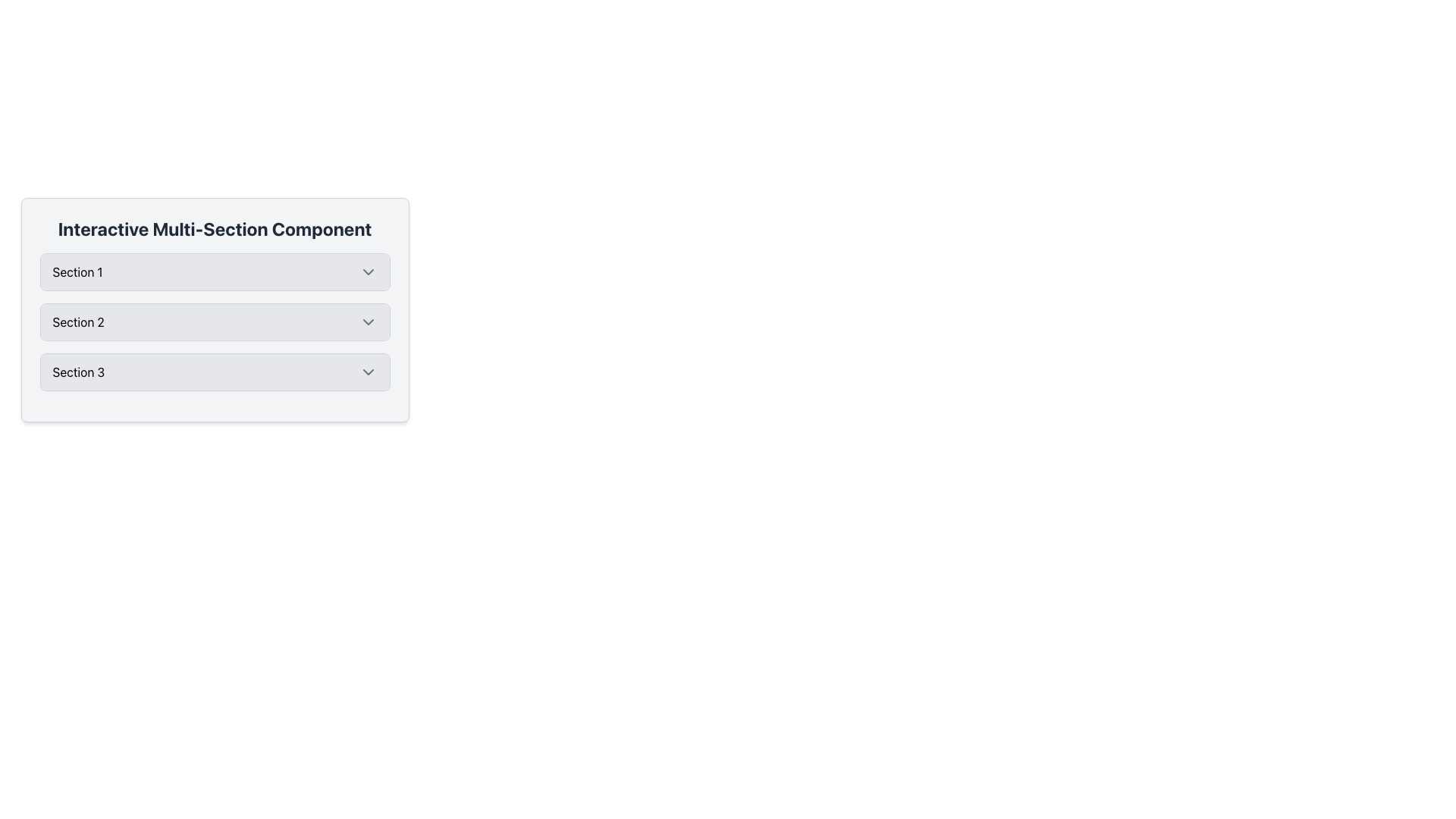 This screenshot has height=819, width=1456. Describe the element at coordinates (368, 321) in the screenshot. I see `the collapsible icon at the right end of 'Section 2'` at that location.